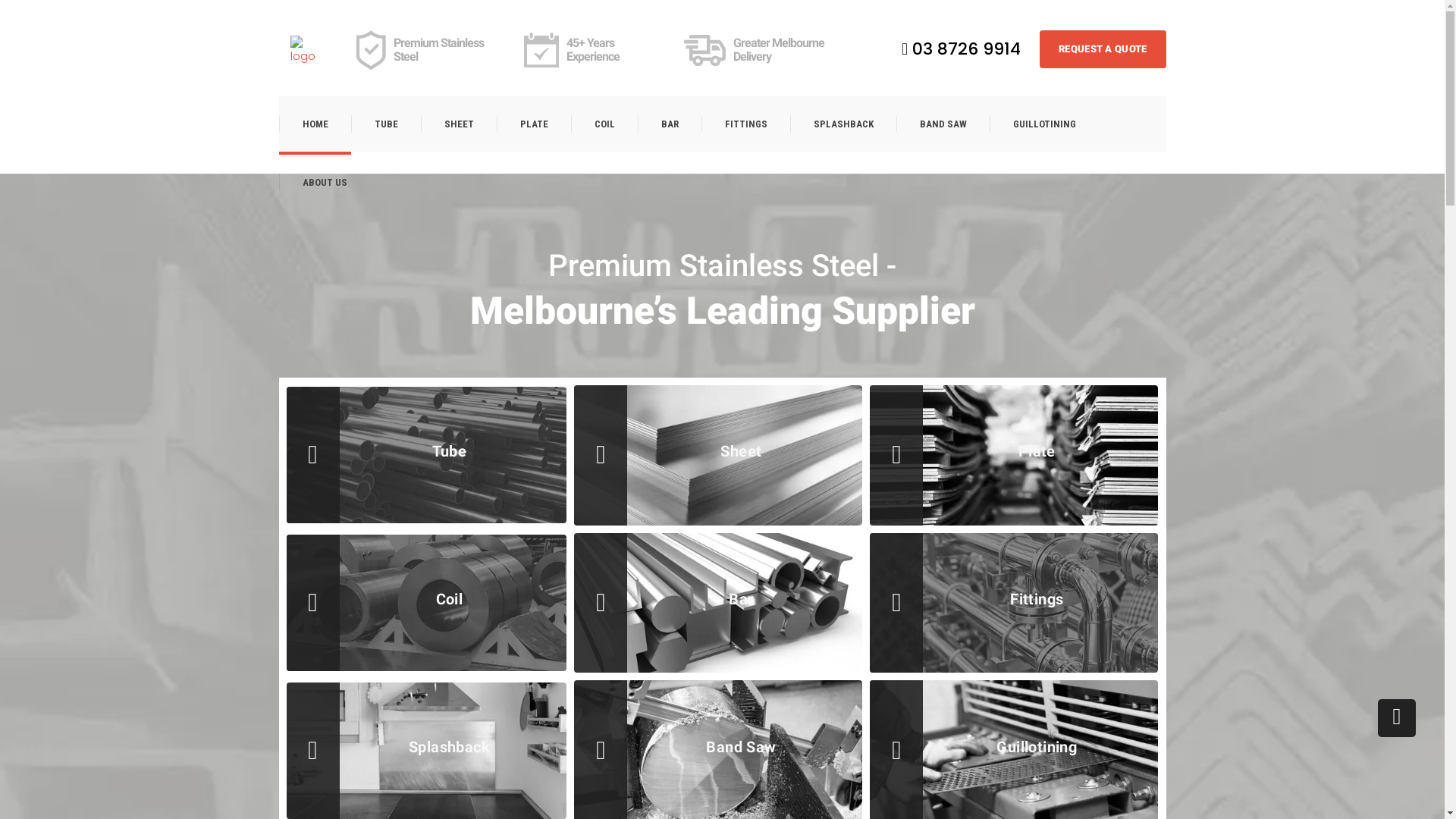 The width and height of the screenshot is (1456, 819). Describe the element at coordinates (449, 450) in the screenshot. I see `'Tube'` at that location.